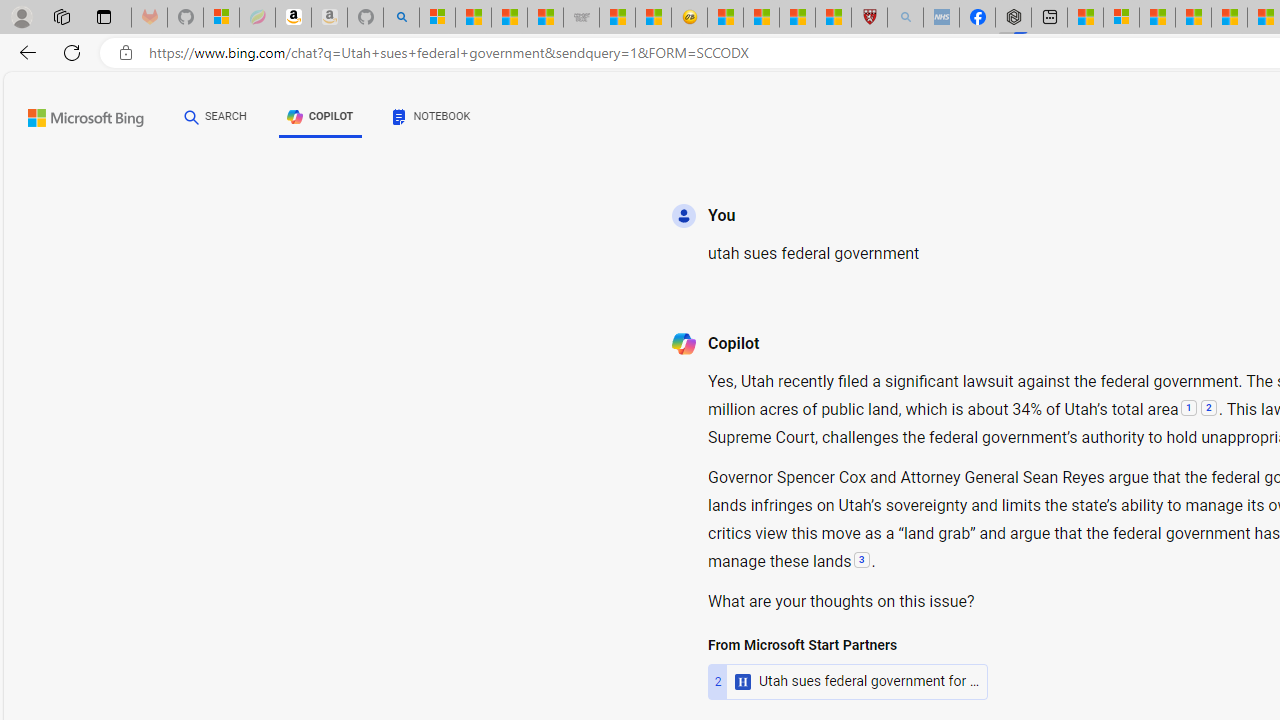  What do you see at coordinates (73, 114) in the screenshot?
I see `'Back to Bing search'` at bounding box center [73, 114].